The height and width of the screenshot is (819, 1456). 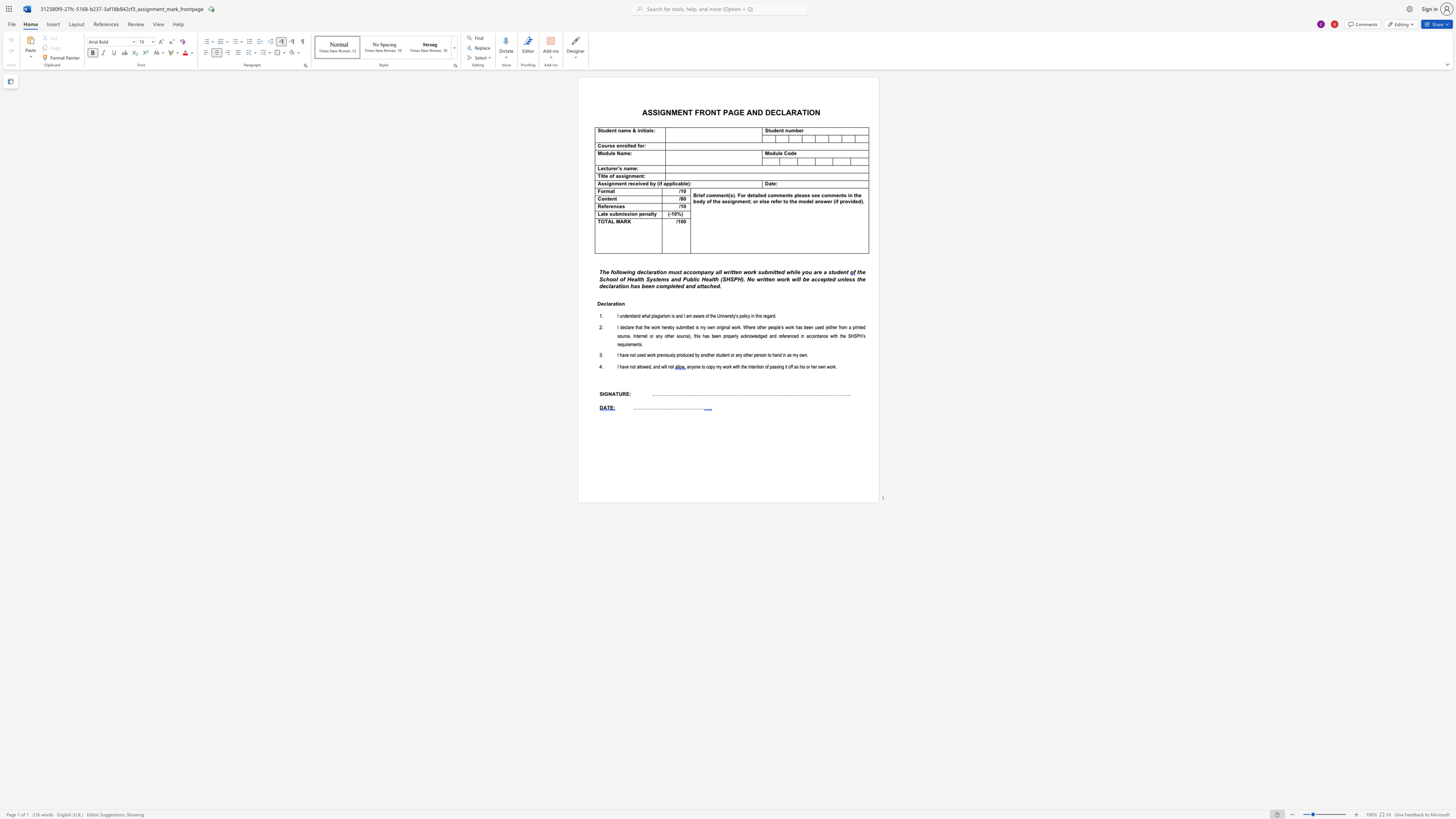 What do you see at coordinates (779, 153) in the screenshot?
I see `the space between the continuous character "l" and "e" in the text` at bounding box center [779, 153].